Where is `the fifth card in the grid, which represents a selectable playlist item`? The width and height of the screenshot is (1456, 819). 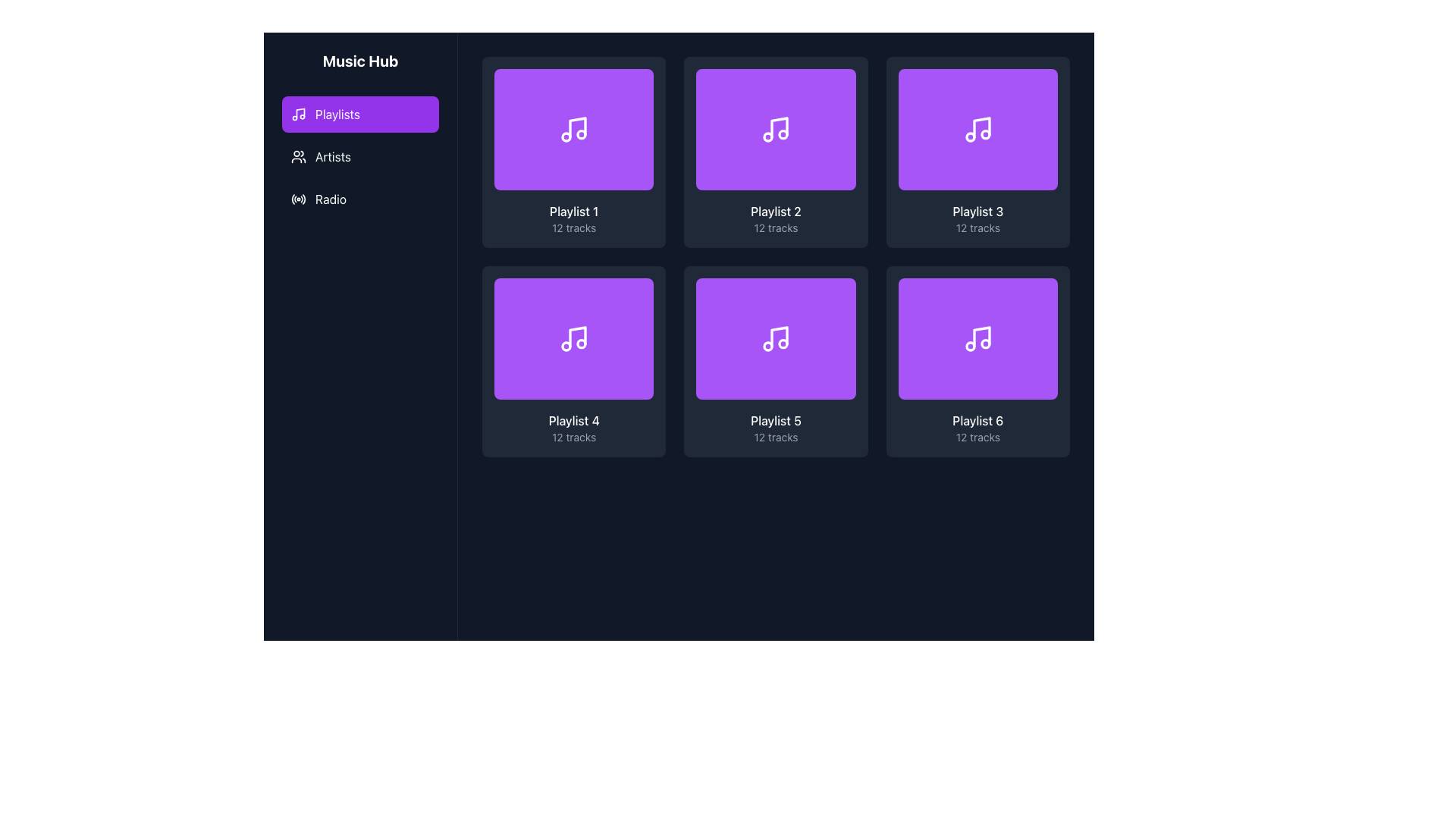
the fifth card in the grid, which represents a selectable playlist item is located at coordinates (776, 362).